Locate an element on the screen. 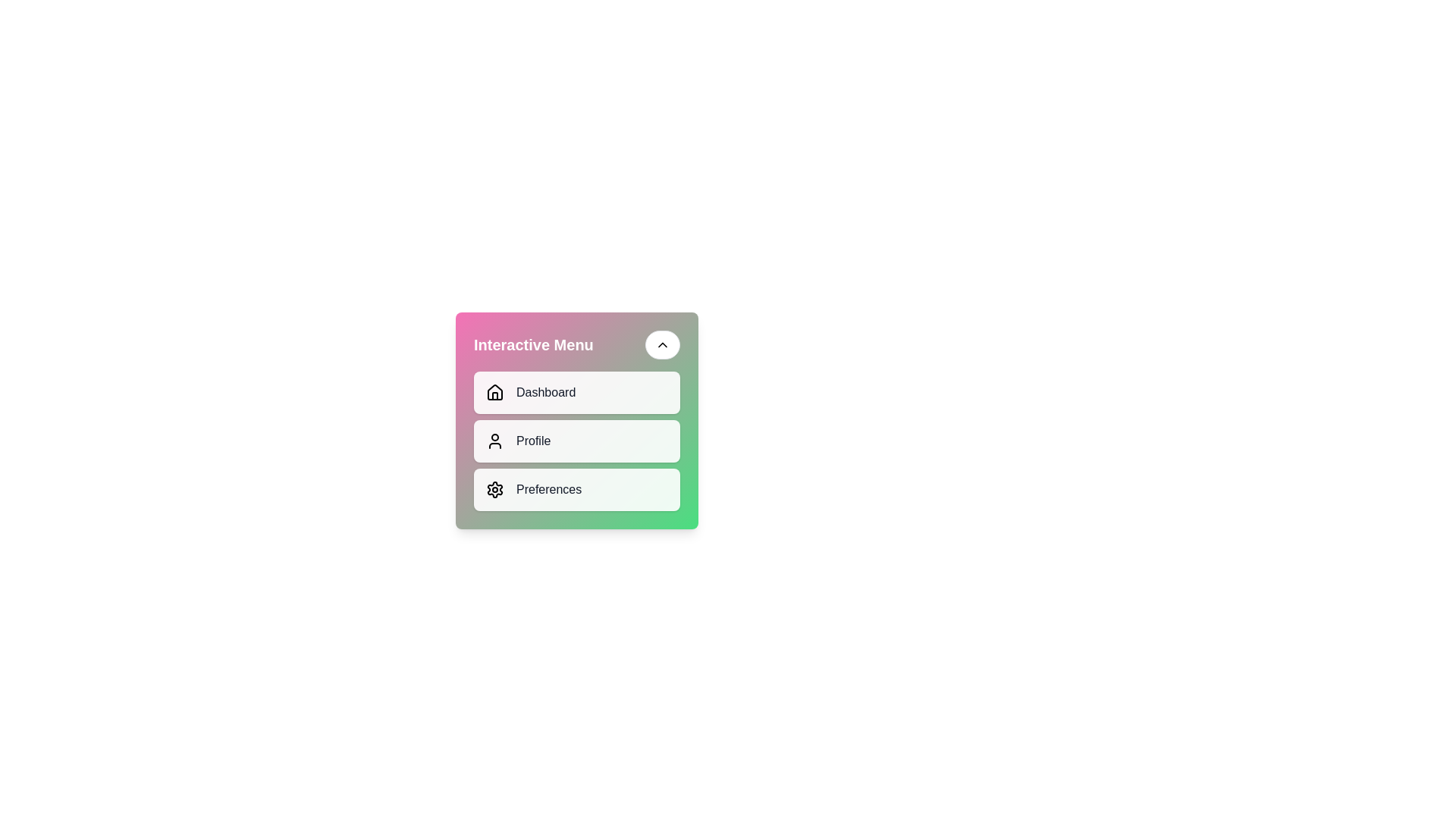 Image resolution: width=1456 pixels, height=819 pixels. the 'Profile' button, which is a rectangular button with a white background, rounded corners, and contains a user icon and the text 'Profile', positioned vertically between the 'Dashboard' and 'Preferences' buttons is located at coordinates (576, 421).